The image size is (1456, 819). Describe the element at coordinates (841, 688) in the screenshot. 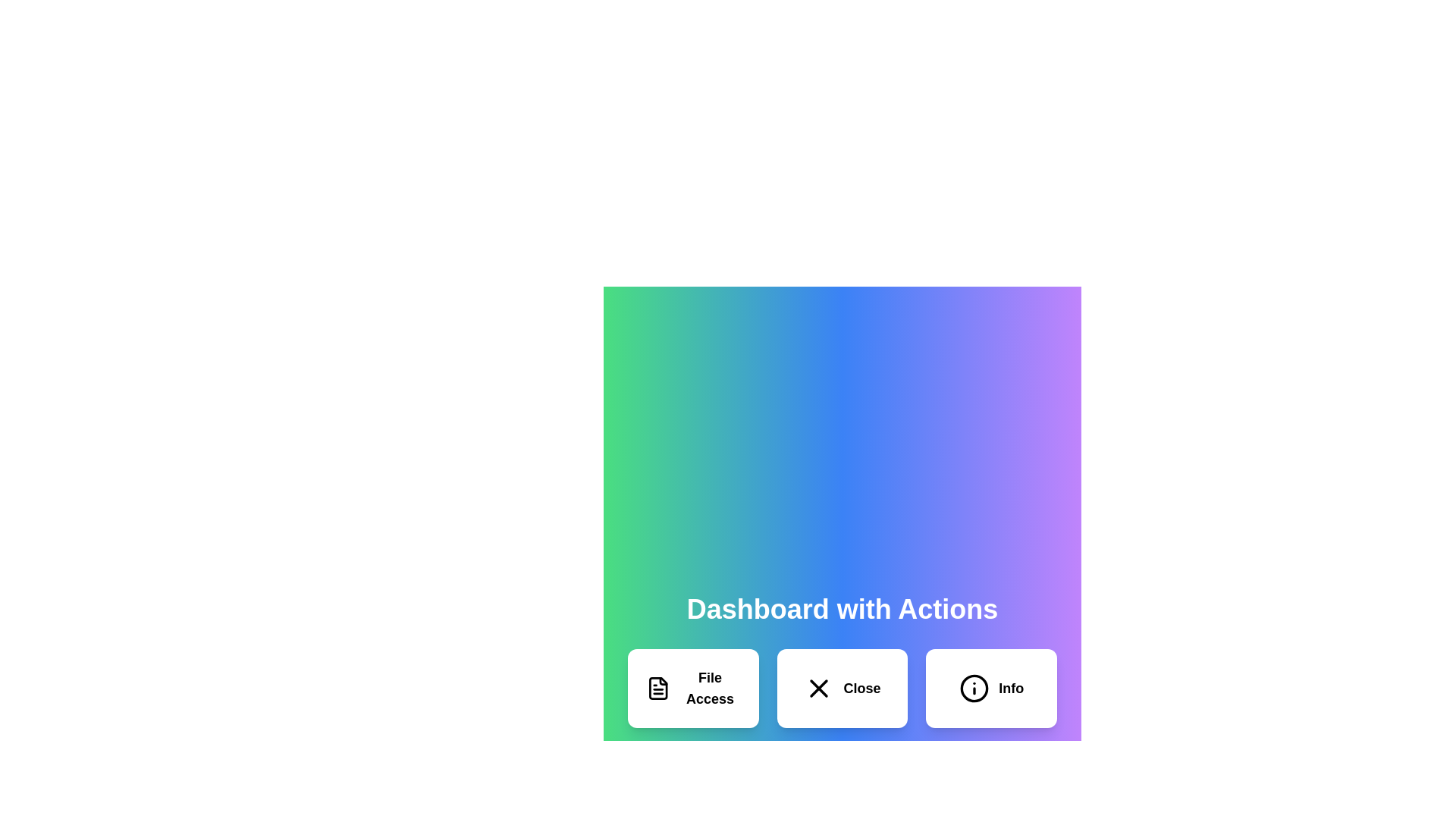

I see `the 'Close' button, which is a rectangular button with a white background, black text, and an 'X' icon, positioned centrally between 'File Access' and 'Info'` at that location.